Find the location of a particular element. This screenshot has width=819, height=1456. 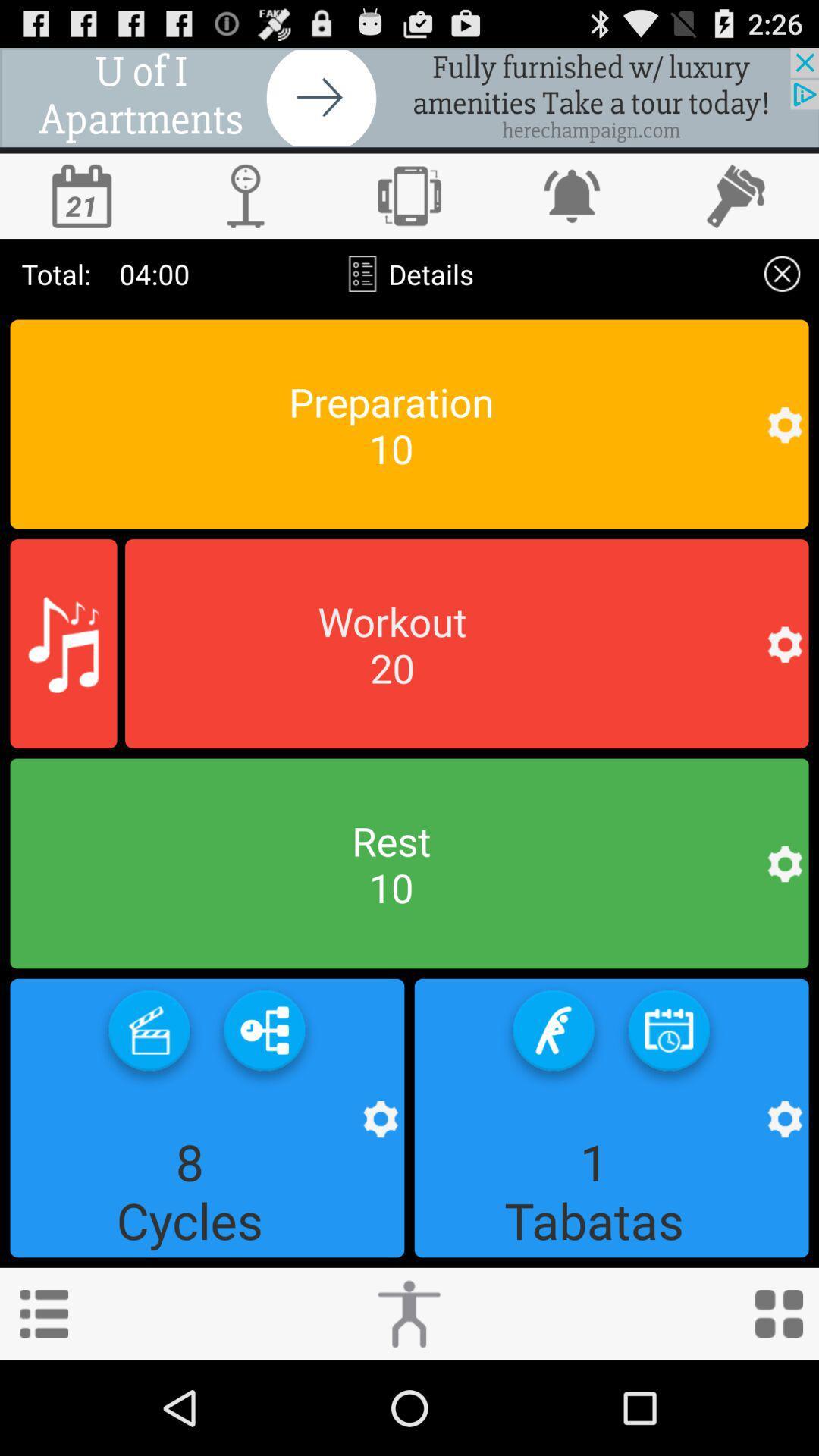

screen rotate is located at coordinates (409, 195).